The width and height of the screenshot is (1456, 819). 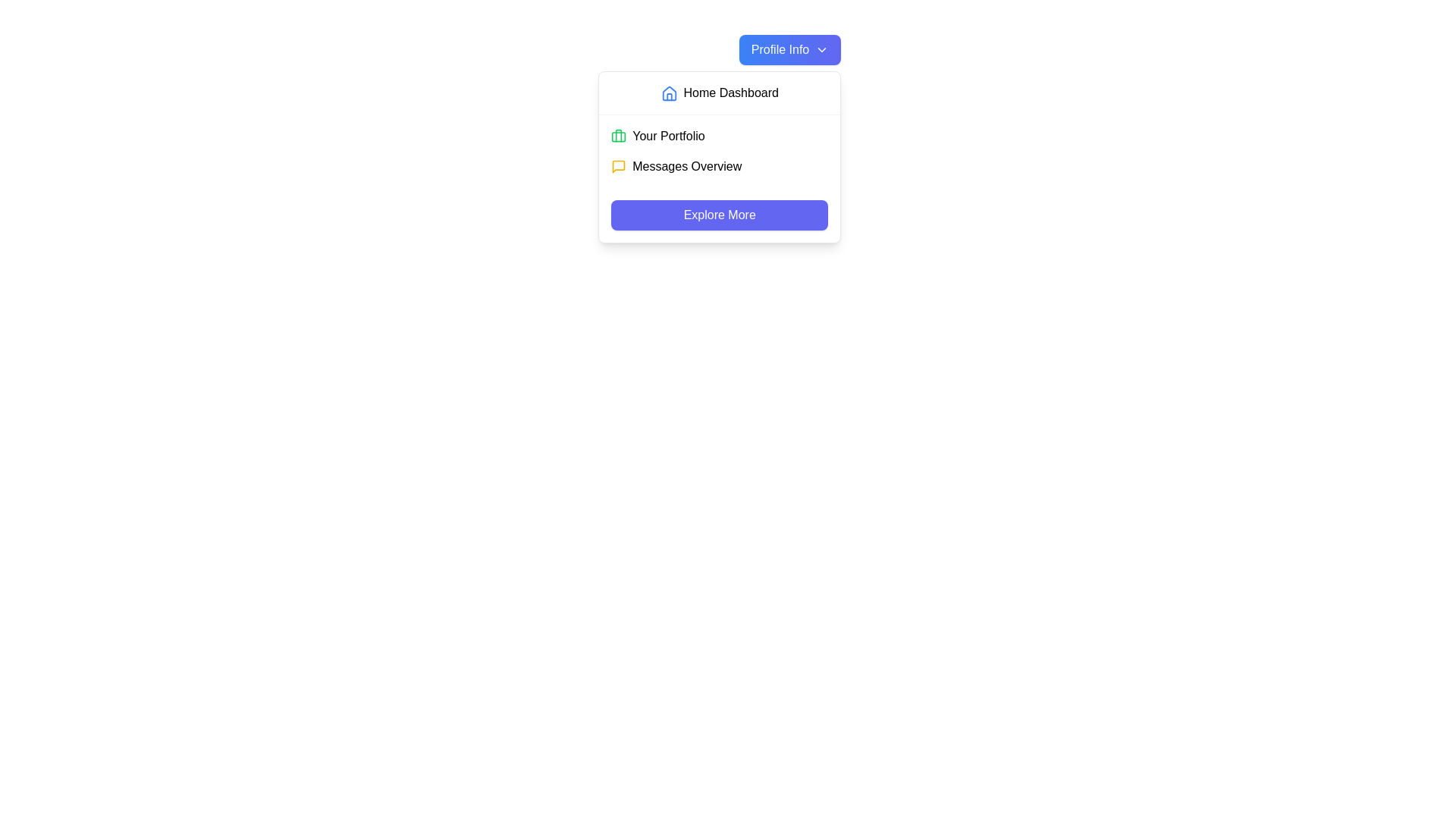 I want to click on the blue house icon located to the left of the 'Home Dashboard' text in the dropdown menu, so click(x=668, y=93).